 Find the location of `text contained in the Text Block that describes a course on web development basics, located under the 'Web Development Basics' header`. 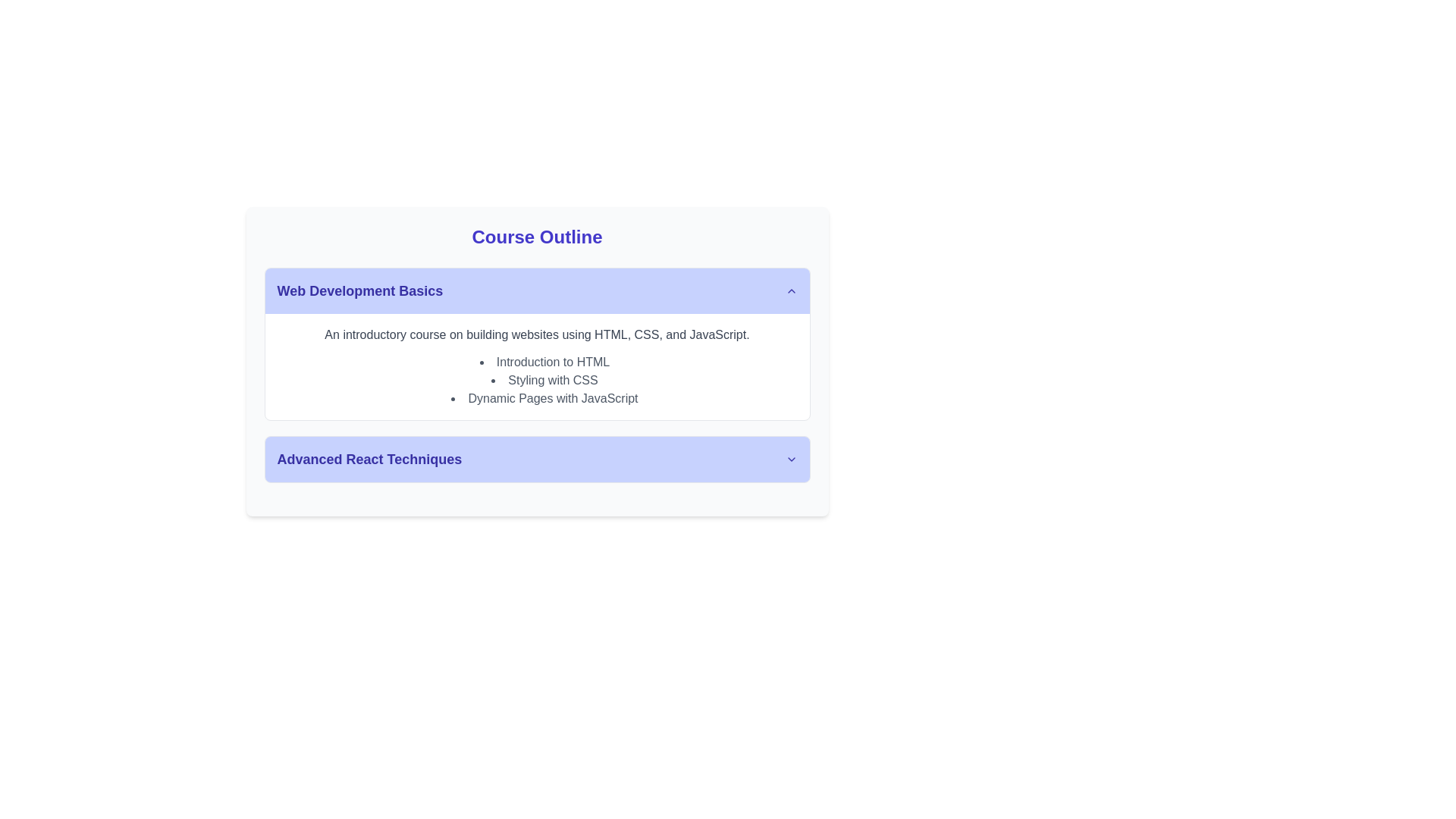

text contained in the Text Block that describes a course on web development basics, located under the 'Web Development Basics' header is located at coordinates (537, 366).